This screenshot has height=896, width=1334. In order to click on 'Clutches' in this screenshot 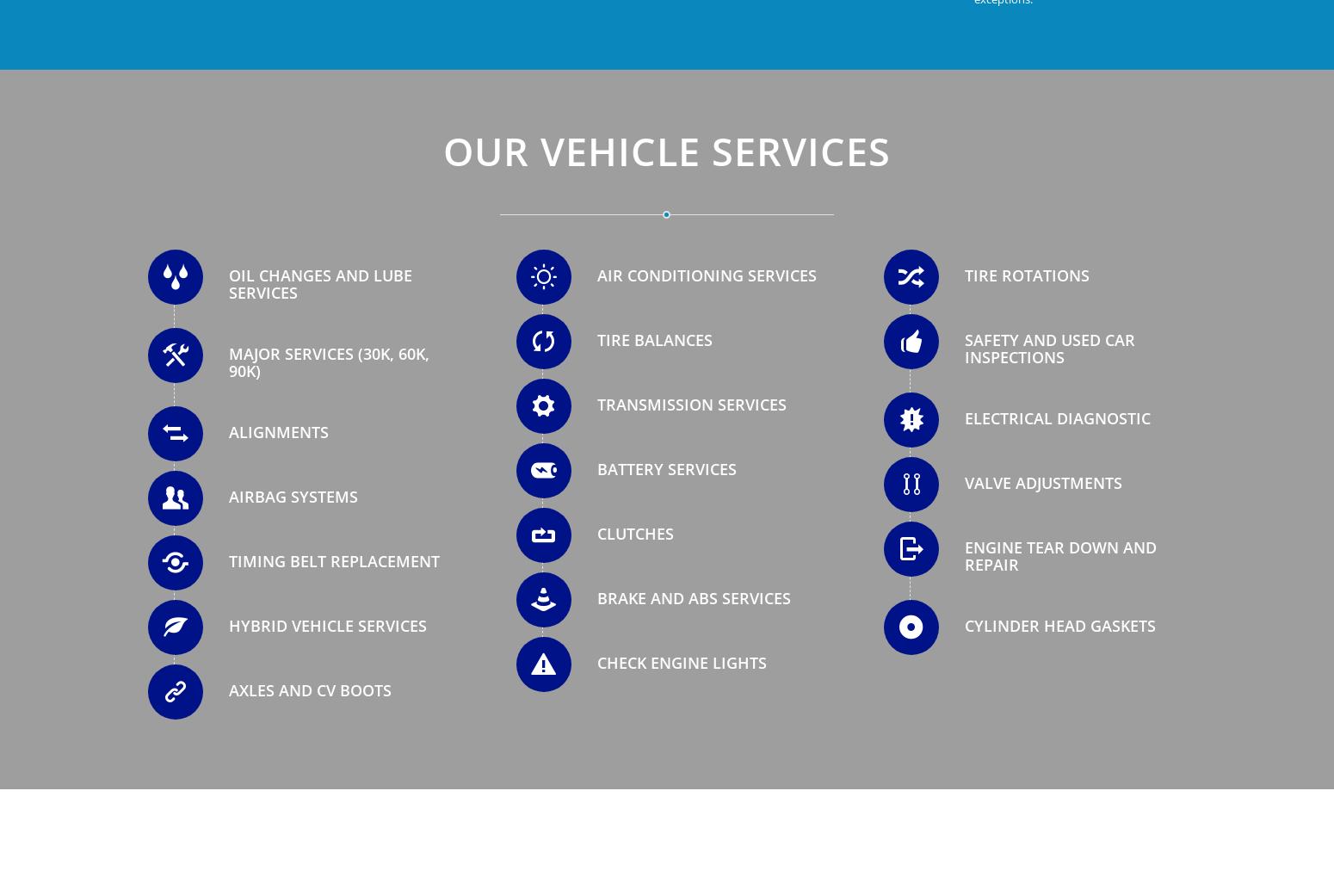, I will do `click(634, 534)`.